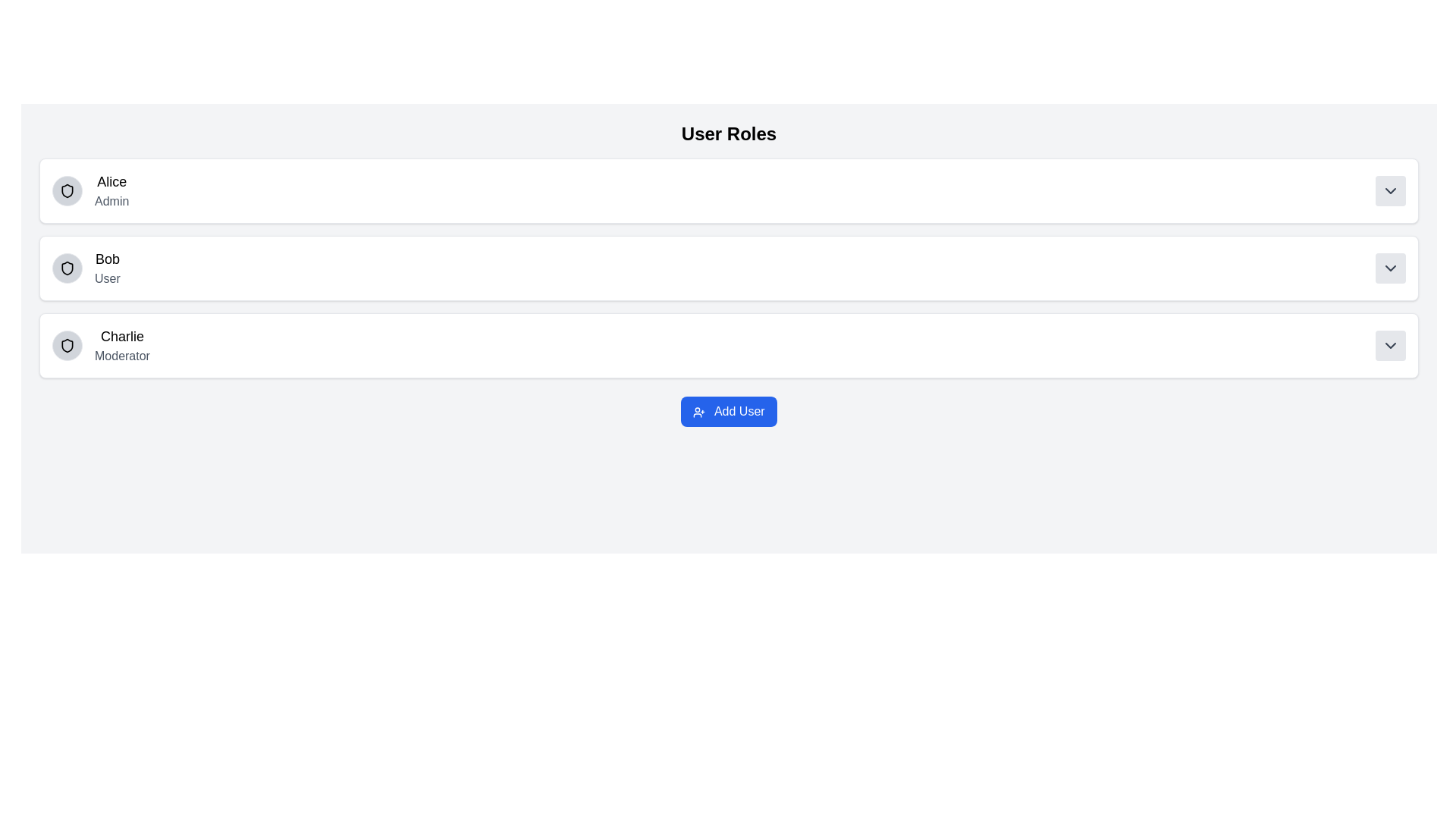 Image resolution: width=1456 pixels, height=819 pixels. Describe the element at coordinates (122, 356) in the screenshot. I see `the text label 'Moderator' which is styled in gray and located below the 'Charlie' label in the 'User Roles' list` at that location.